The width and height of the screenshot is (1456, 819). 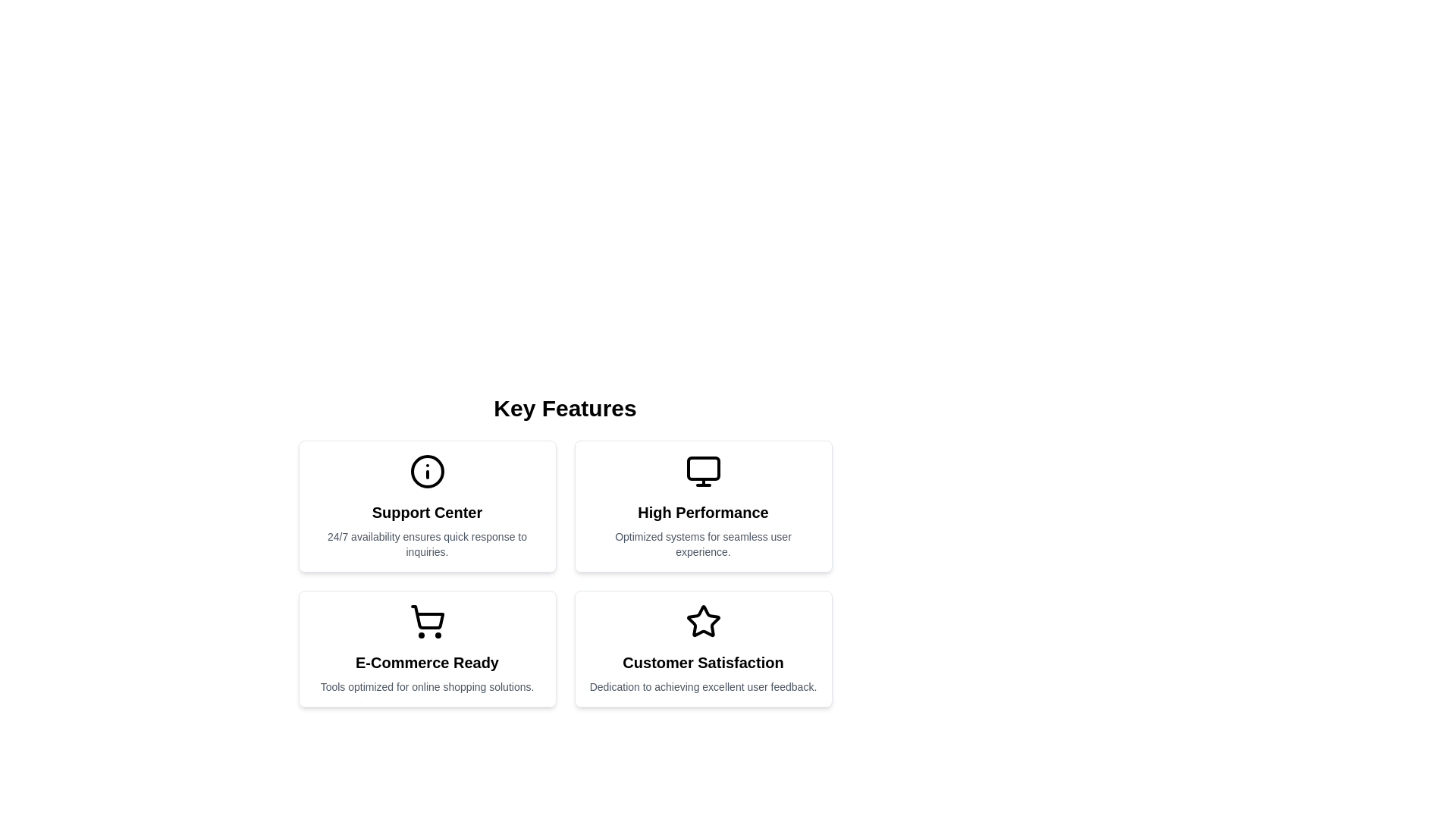 What do you see at coordinates (702, 687) in the screenshot?
I see `the static text element displaying 'Dedication to achieving excellent user feedback.' which is centrally aligned below the title 'Customer Satisfaction' within its card` at bounding box center [702, 687].